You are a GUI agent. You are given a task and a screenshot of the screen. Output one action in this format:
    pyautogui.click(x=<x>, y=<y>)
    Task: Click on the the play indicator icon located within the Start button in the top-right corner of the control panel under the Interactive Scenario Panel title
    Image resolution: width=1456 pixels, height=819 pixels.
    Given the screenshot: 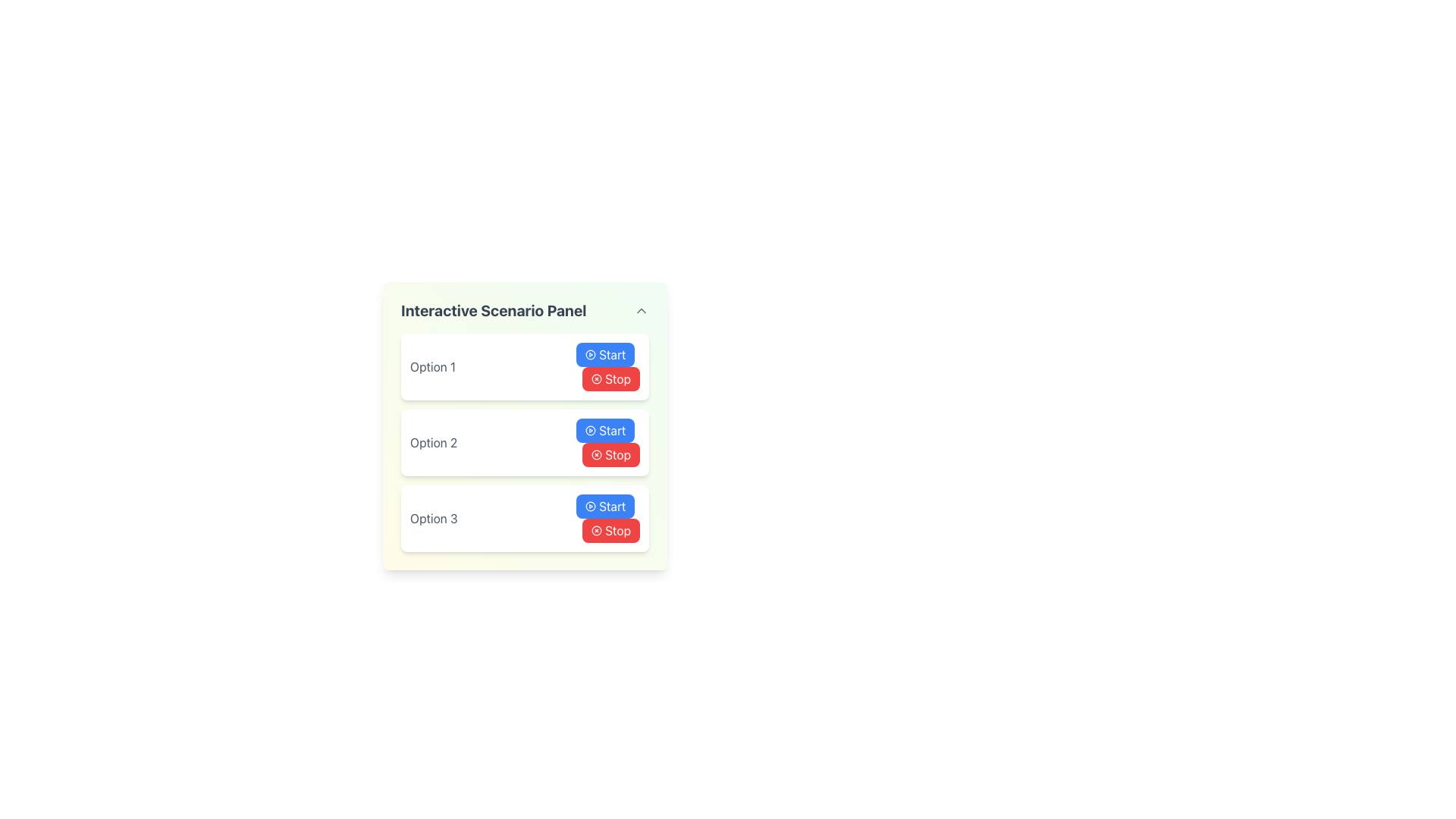 What is the action you would take?
    pyautogui.click(x=590, y=354)
    